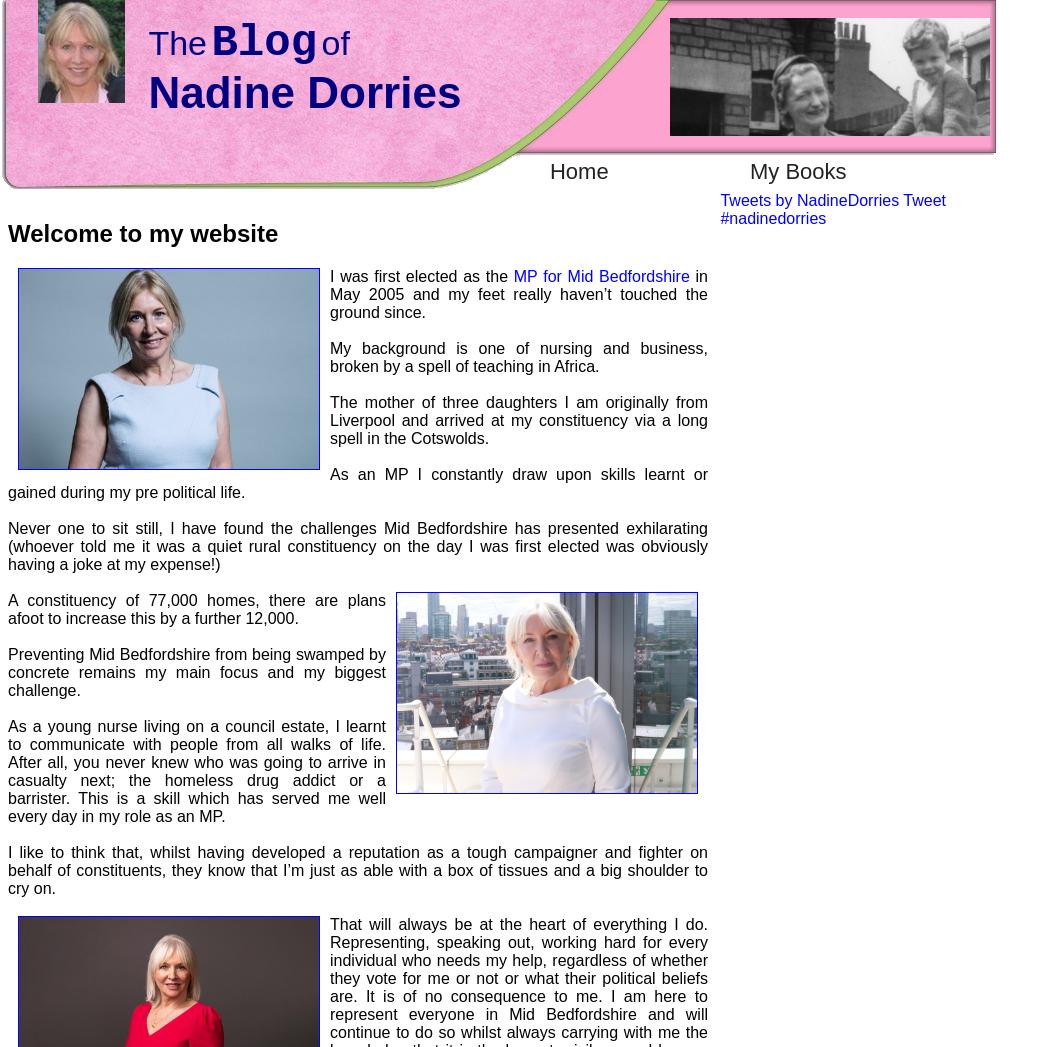 This screenshot has height=1047, width=1055. I want to click on 'Welcome to my website', so click(142, 231).